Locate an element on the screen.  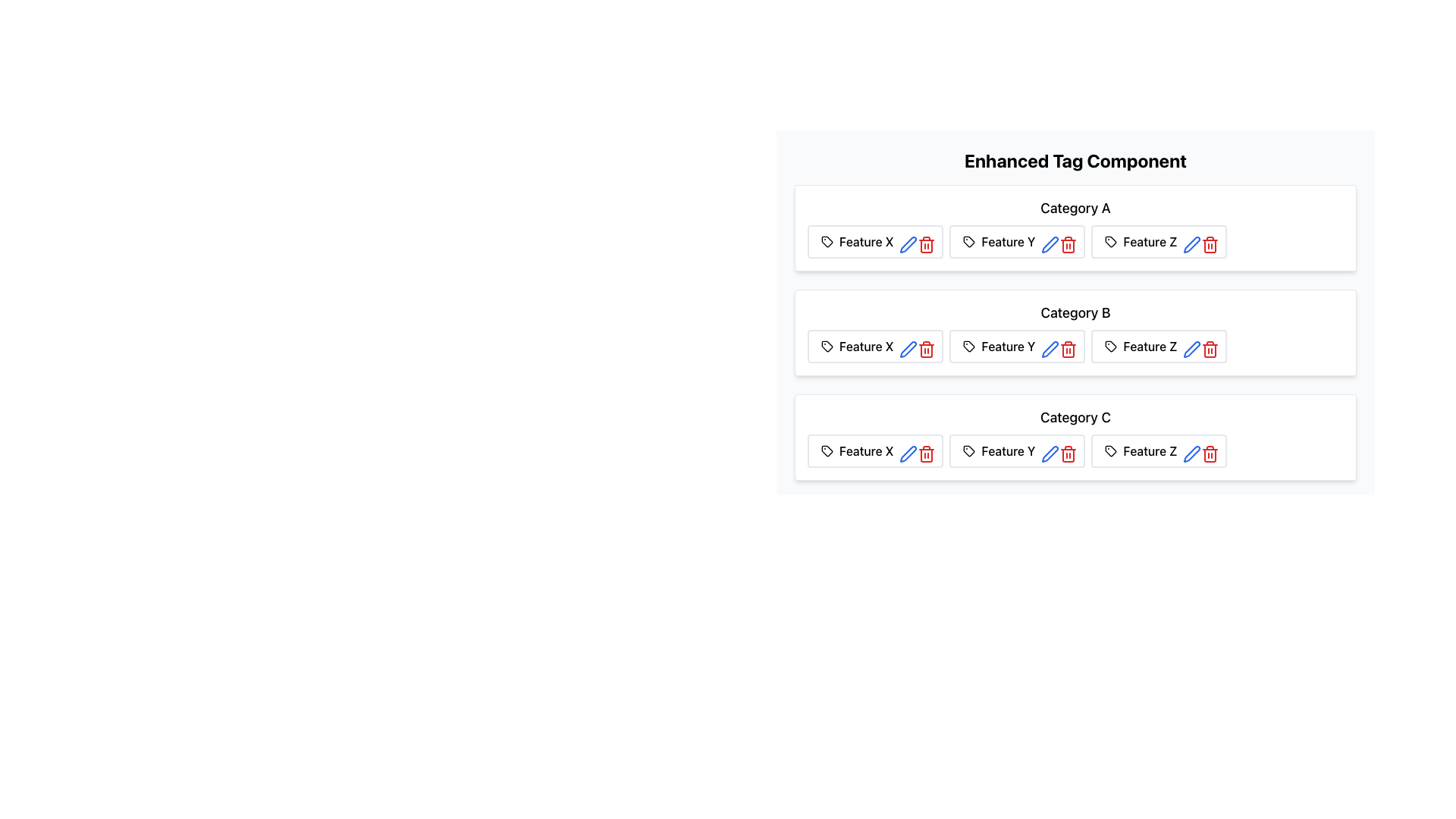
the informational Text Label in the second slot of the first row in the 'Category A' section is located at coordinates (1008, 241).